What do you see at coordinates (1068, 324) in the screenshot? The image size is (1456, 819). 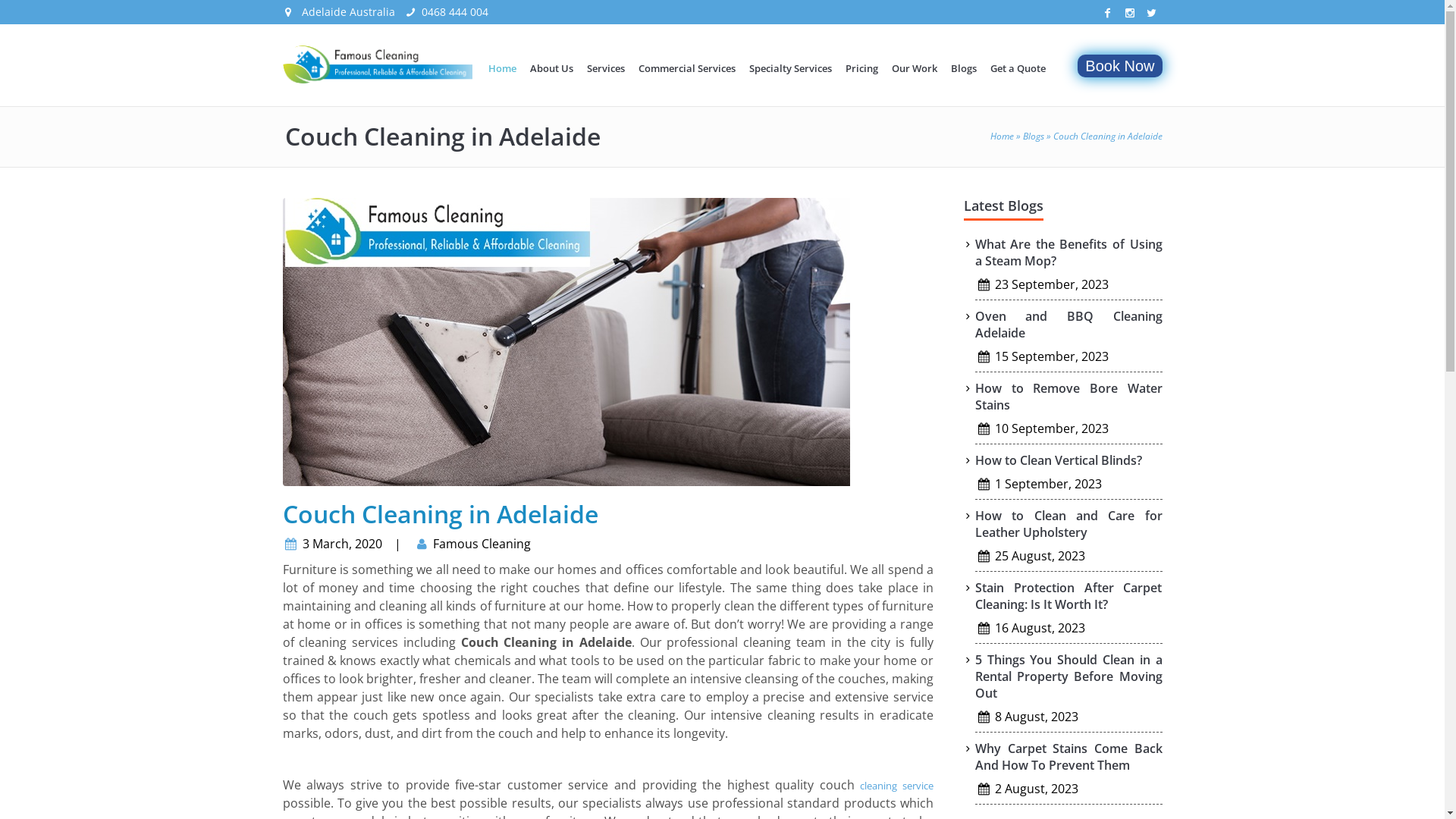 I see `'Oven and BBQ Cleaning Adelaide'` at bounding box center [1068, 324].